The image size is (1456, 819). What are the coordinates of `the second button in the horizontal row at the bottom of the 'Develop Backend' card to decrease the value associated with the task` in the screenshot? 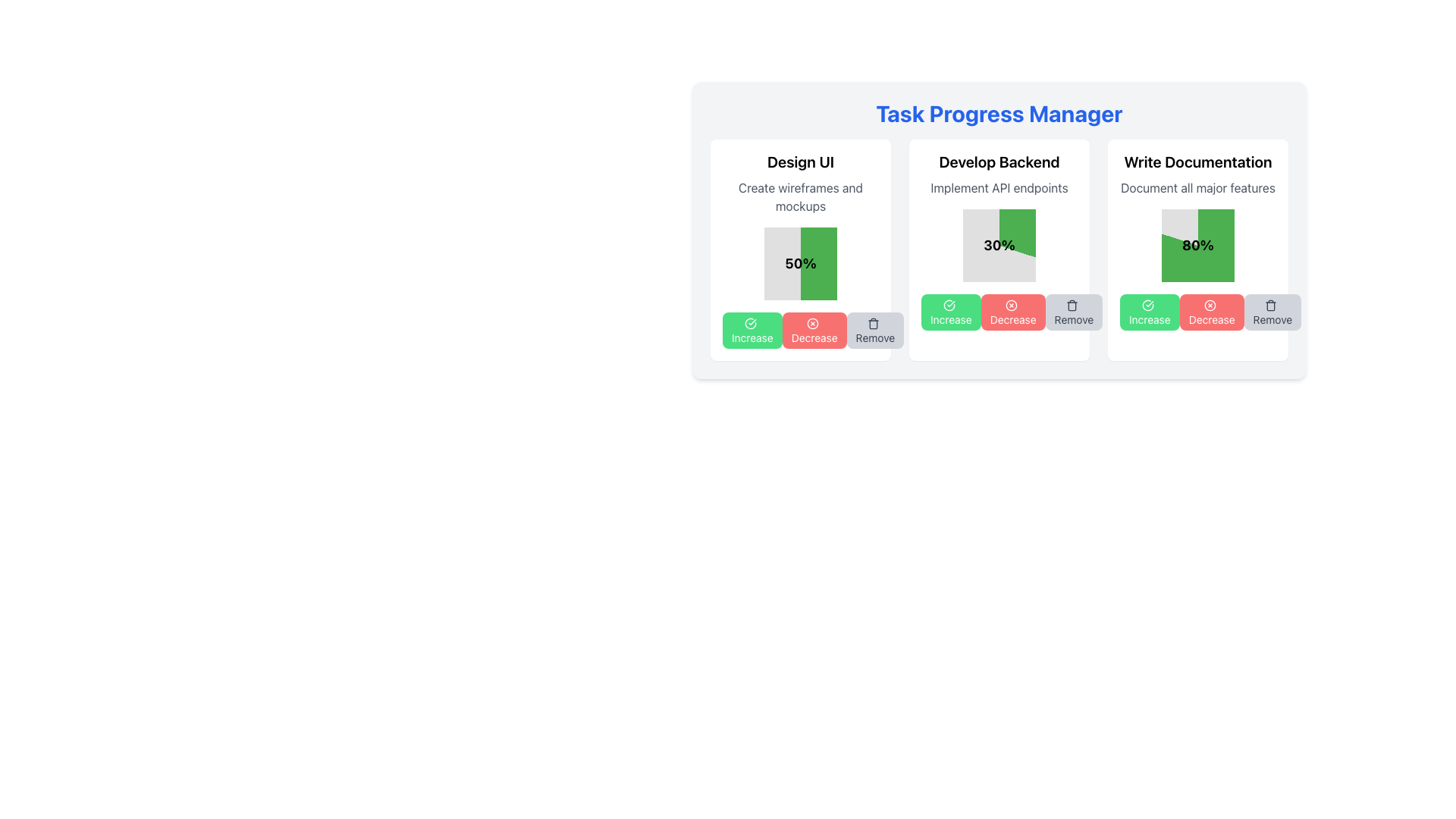 It's located at (999, 312).